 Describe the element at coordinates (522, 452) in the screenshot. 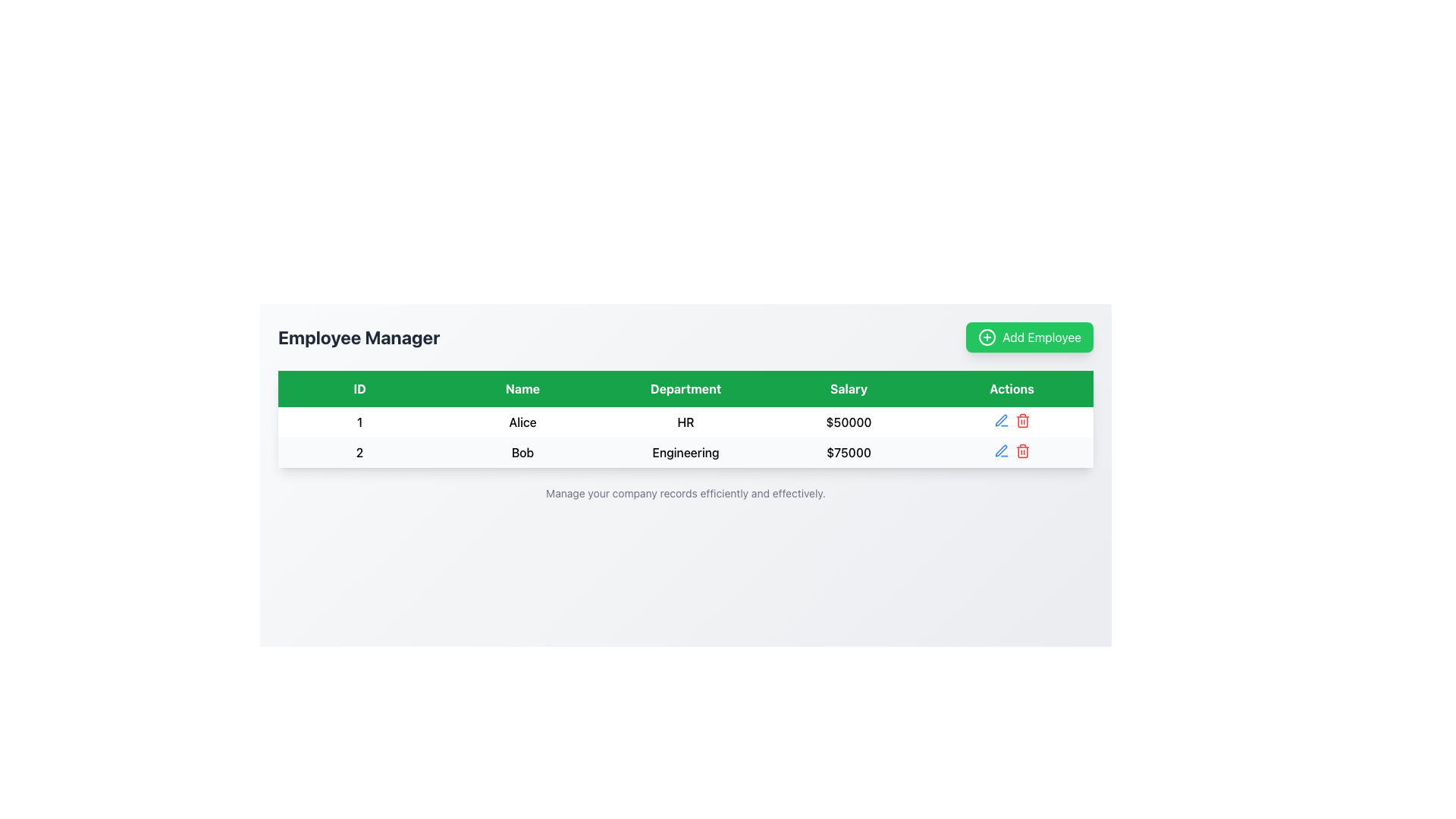

I see `on the static text label displaying 'Bob' located in the second row of the table under the 'Name' column, positioned between '2' in the 'ID' column and 'Engineering' in the 'Department' column` at that location.